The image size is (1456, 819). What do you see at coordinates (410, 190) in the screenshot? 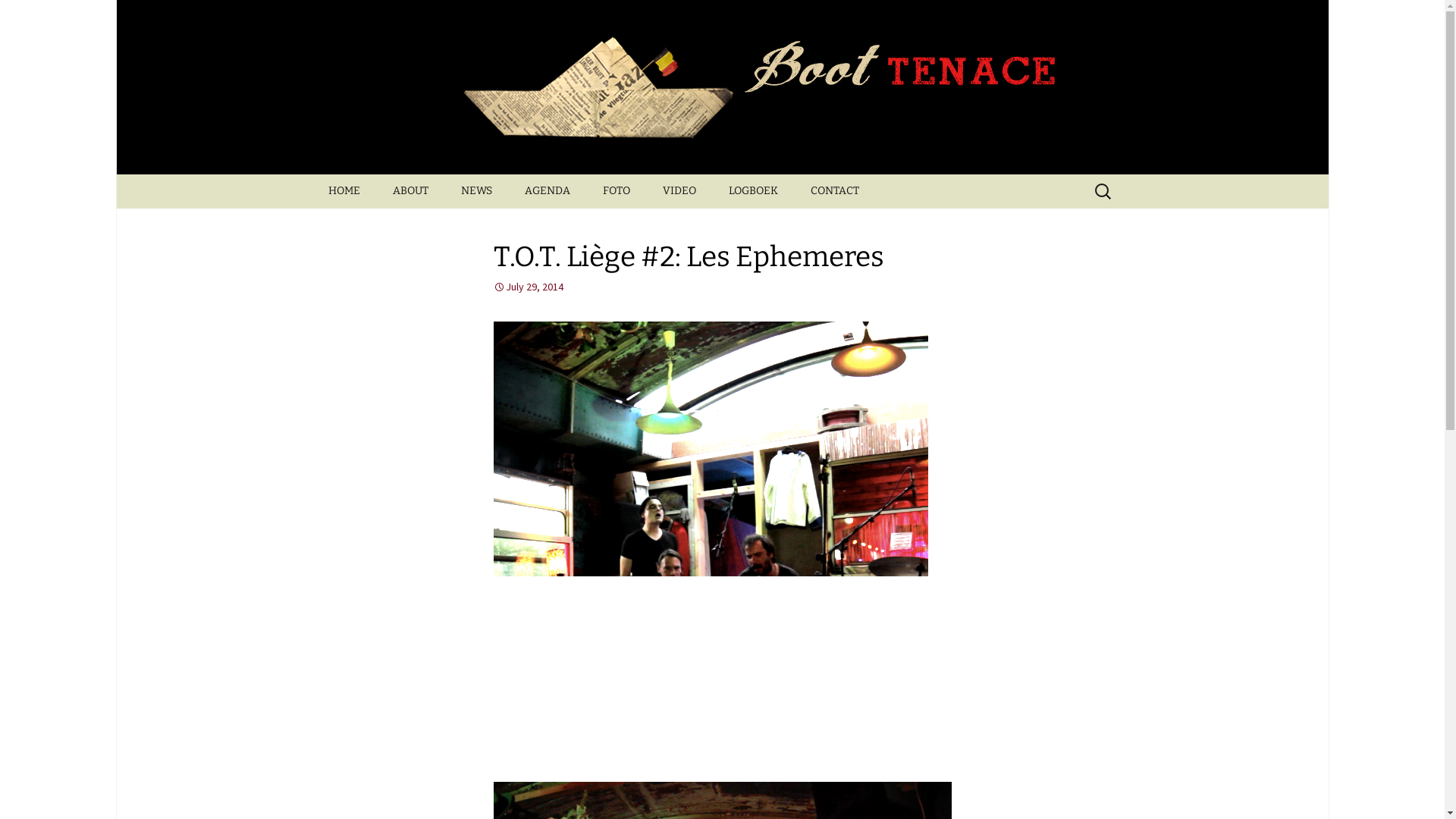
I see `'ABOUT'` at bounding box center [410, 190].